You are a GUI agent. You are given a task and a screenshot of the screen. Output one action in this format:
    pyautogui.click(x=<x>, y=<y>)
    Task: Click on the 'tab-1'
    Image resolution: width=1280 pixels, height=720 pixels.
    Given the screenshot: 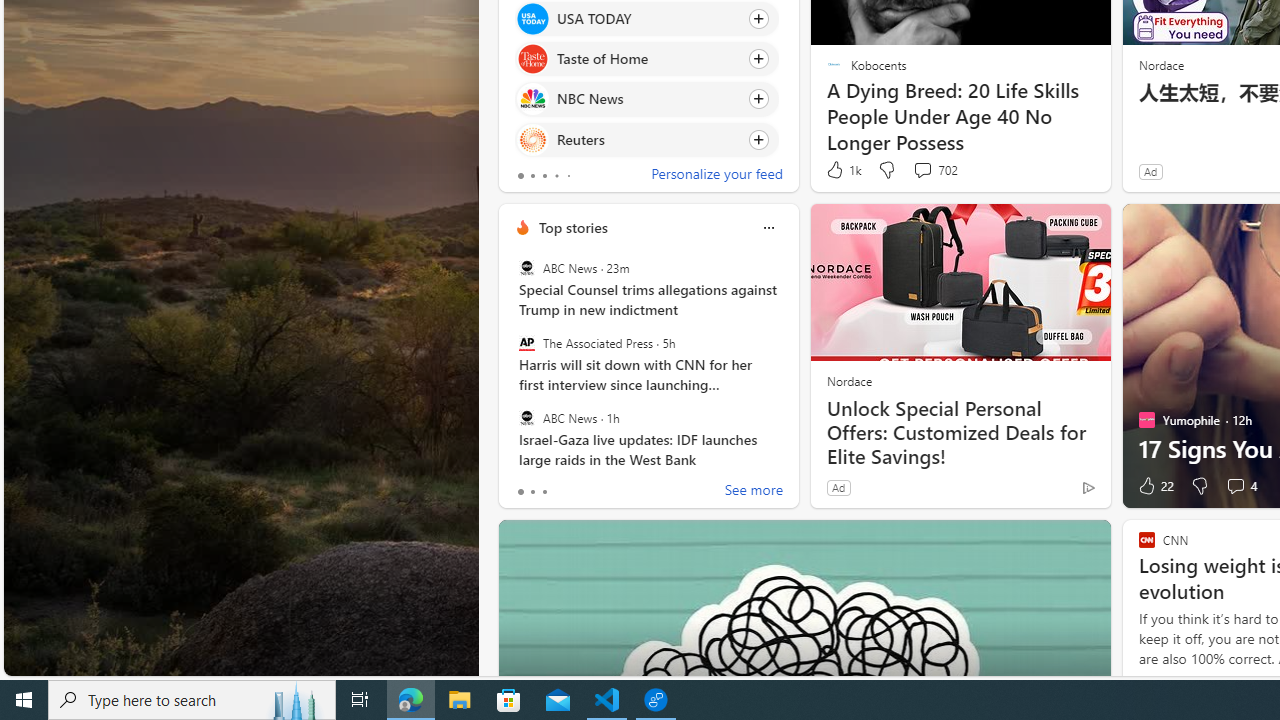 What is the action you would take?
    pyautogui.click(x=532, y=492)
    